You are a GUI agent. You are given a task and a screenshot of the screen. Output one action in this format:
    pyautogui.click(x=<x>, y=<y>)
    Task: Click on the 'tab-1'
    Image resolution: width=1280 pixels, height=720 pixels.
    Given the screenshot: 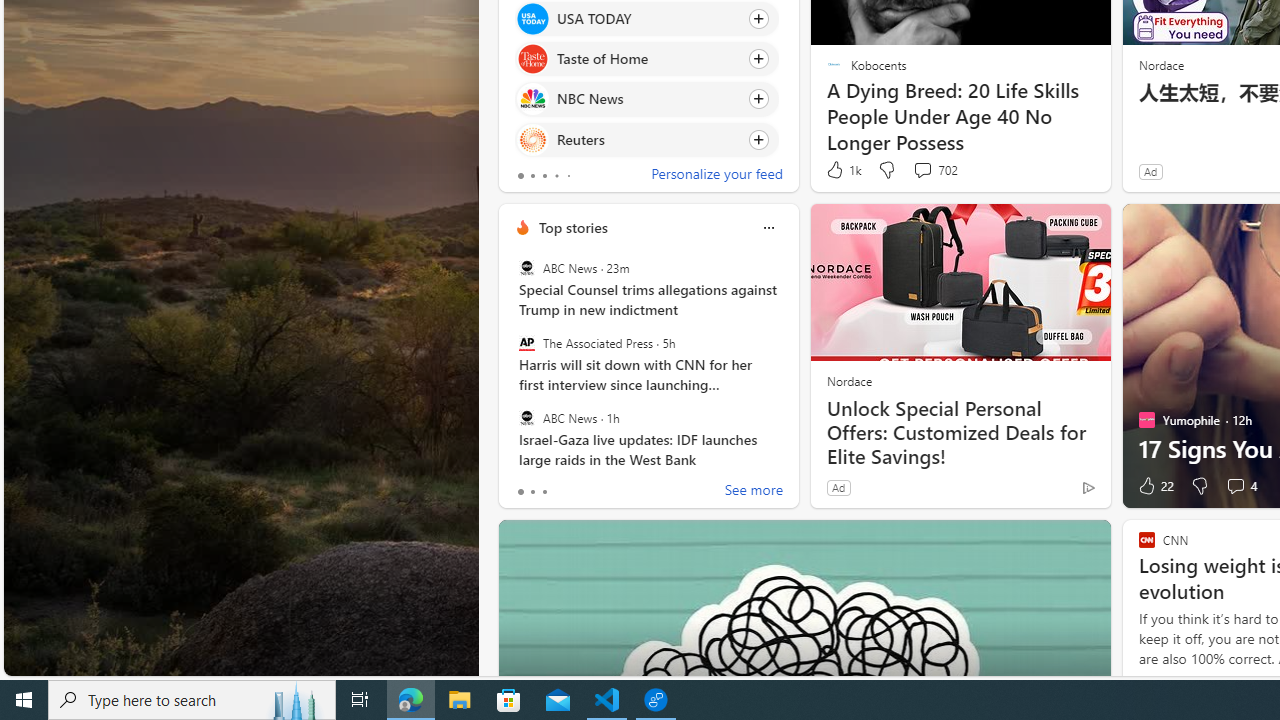 What is the action you would take?
    pyautogui.click(x=532, y=492)
    